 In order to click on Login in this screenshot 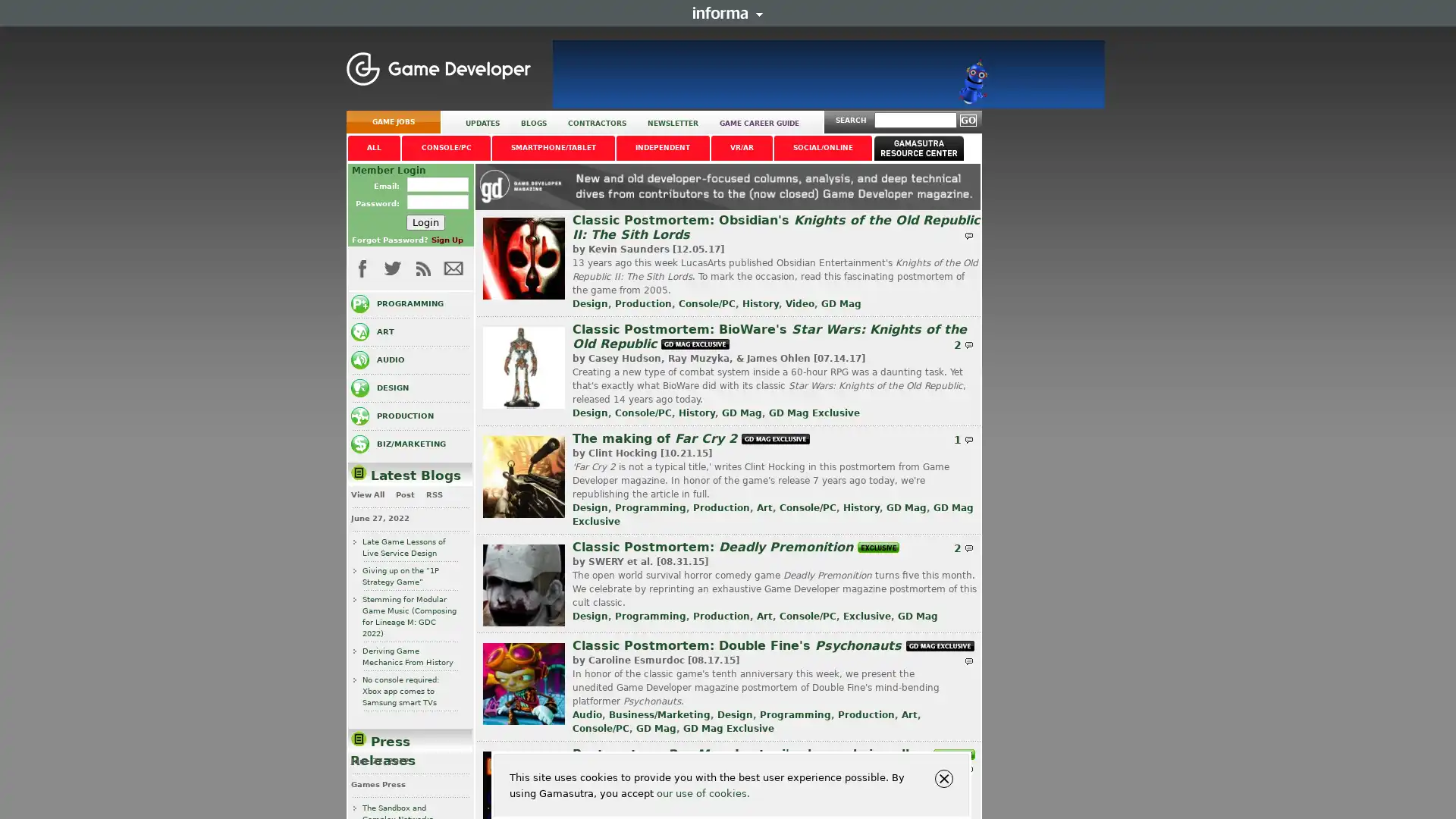, I will do `click(425, 221)`.